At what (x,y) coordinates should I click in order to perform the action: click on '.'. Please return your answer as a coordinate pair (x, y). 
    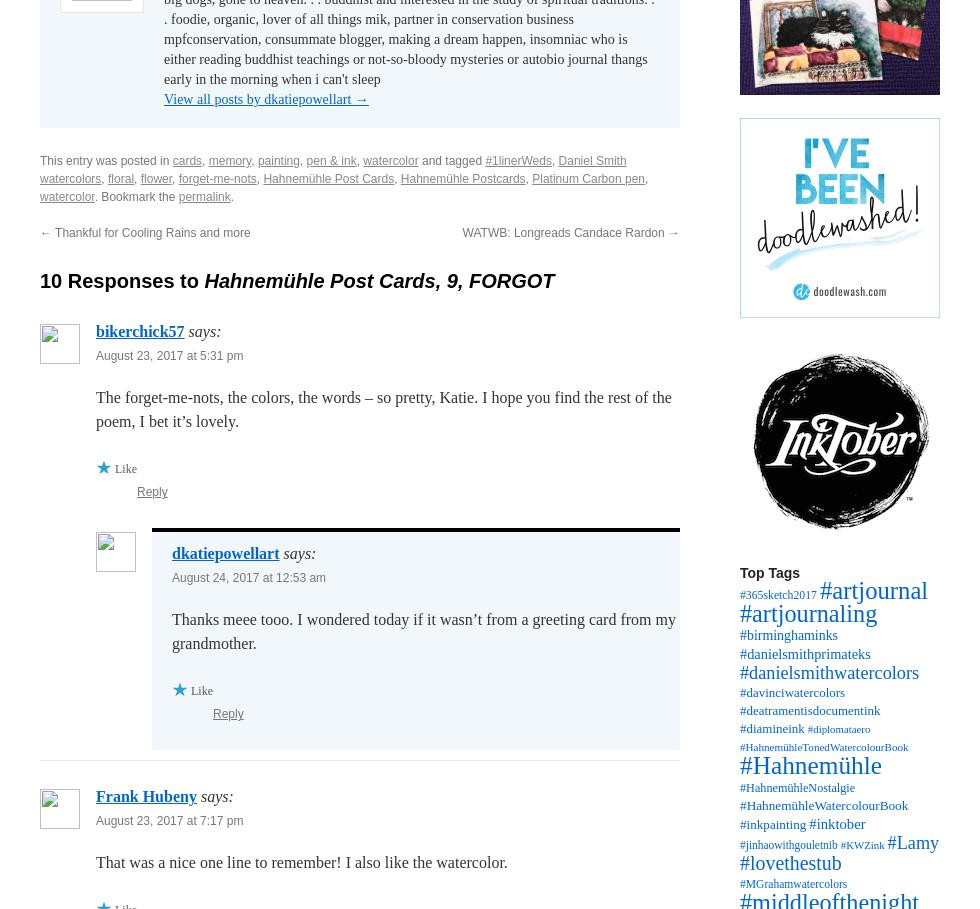
    Looking at the image, I should click on (230, 196).